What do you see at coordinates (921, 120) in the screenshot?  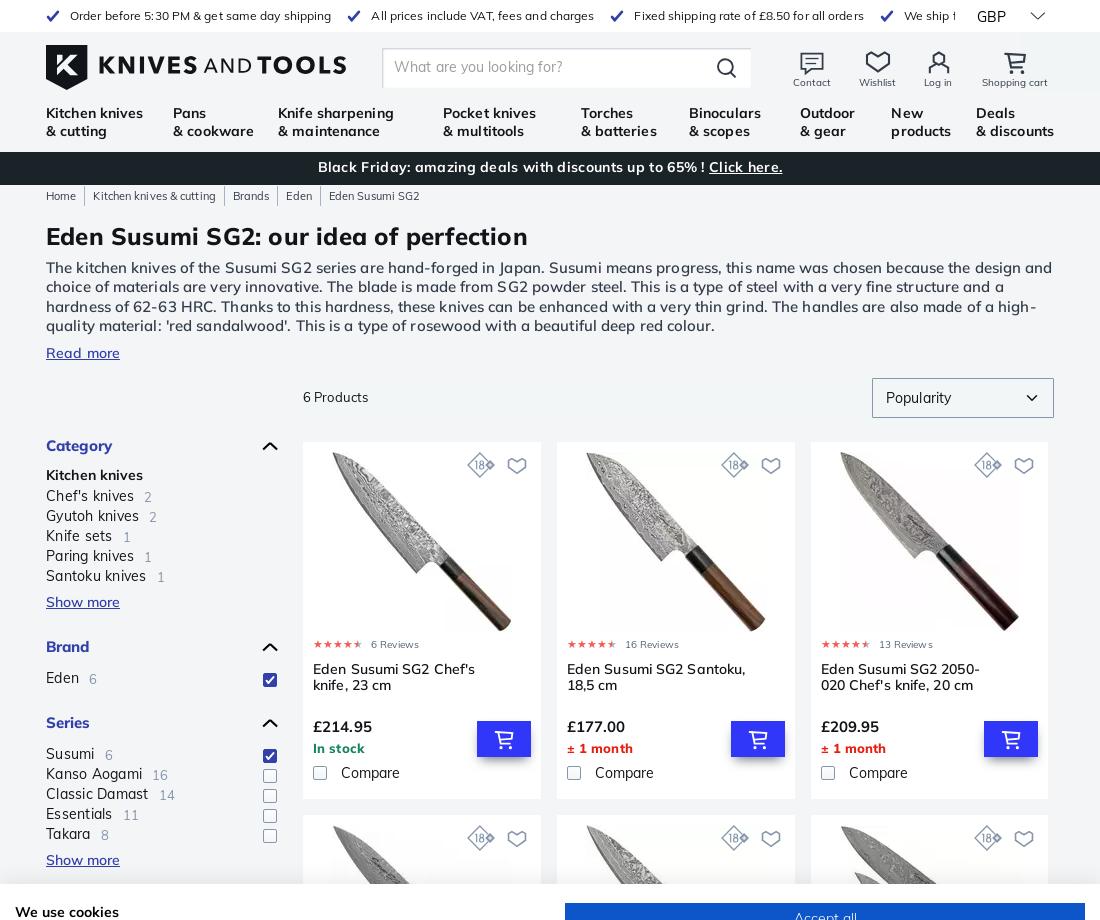 I see `'New products'` at bounding box center [921, 120].